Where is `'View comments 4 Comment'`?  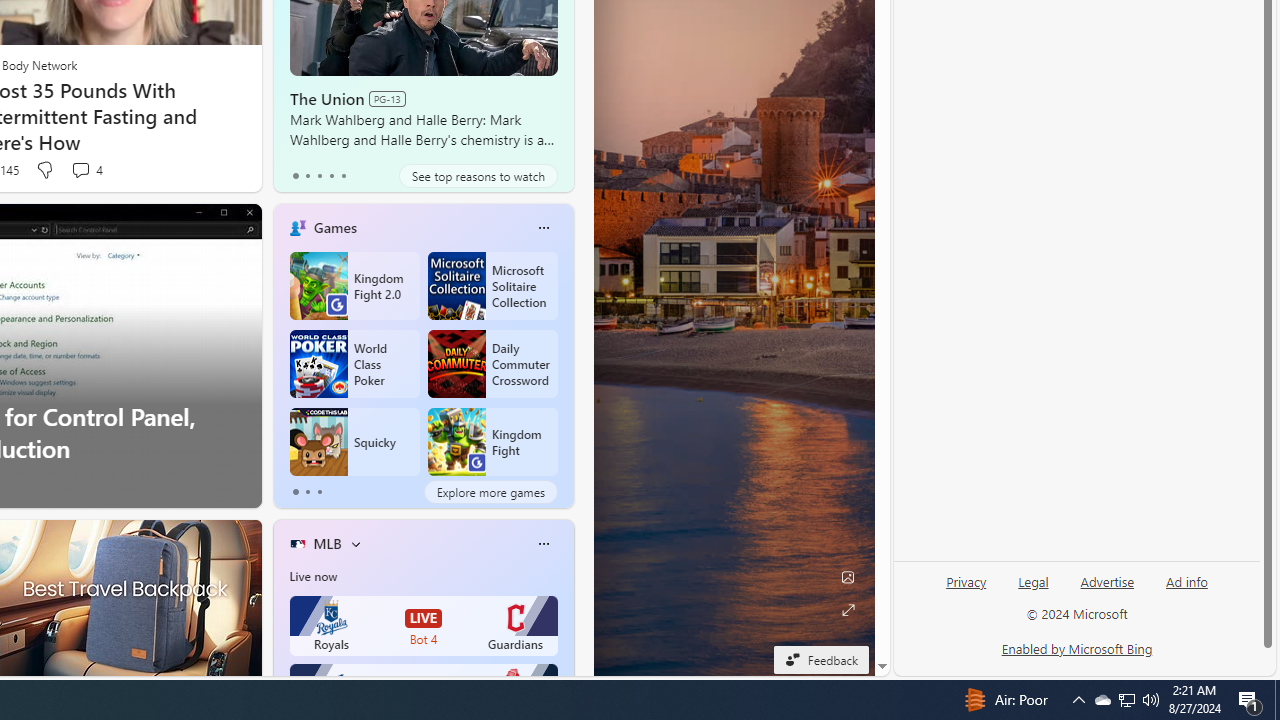
'View comments 4 Comment' is located at coordinates (80, 168).